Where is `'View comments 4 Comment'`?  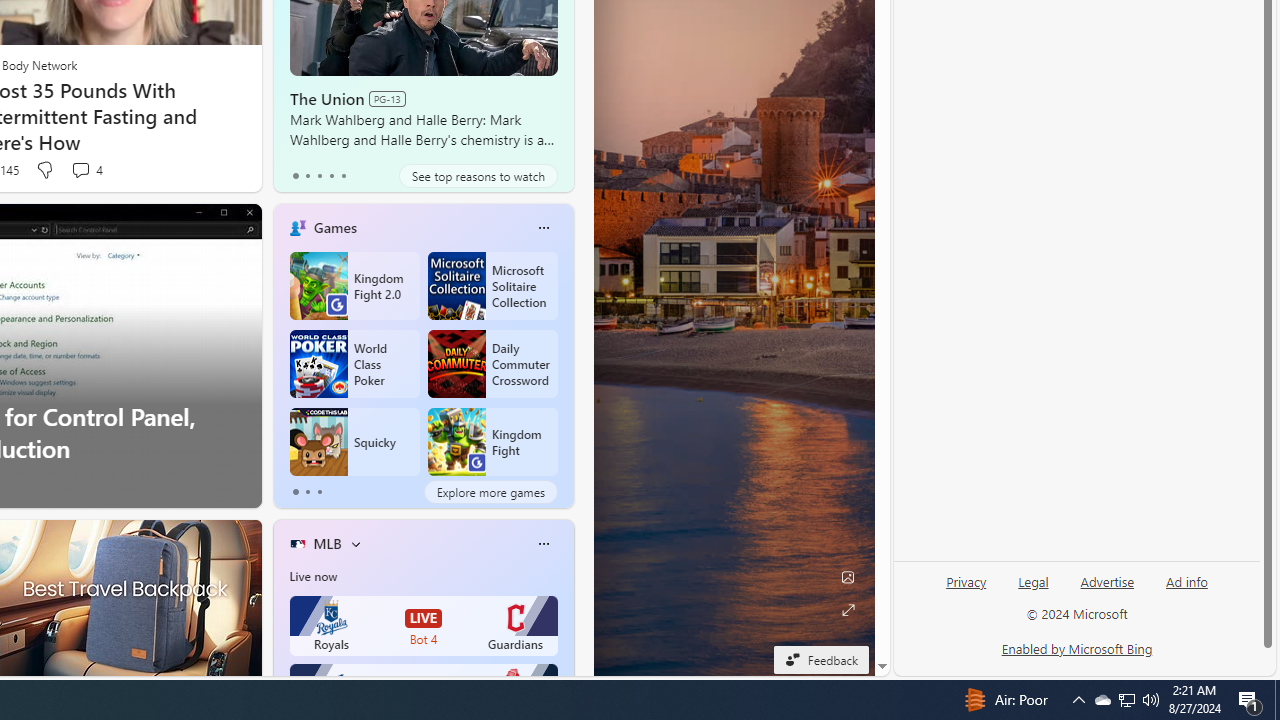
'View comments 4 Comment' is located at coordinates (80, 168).